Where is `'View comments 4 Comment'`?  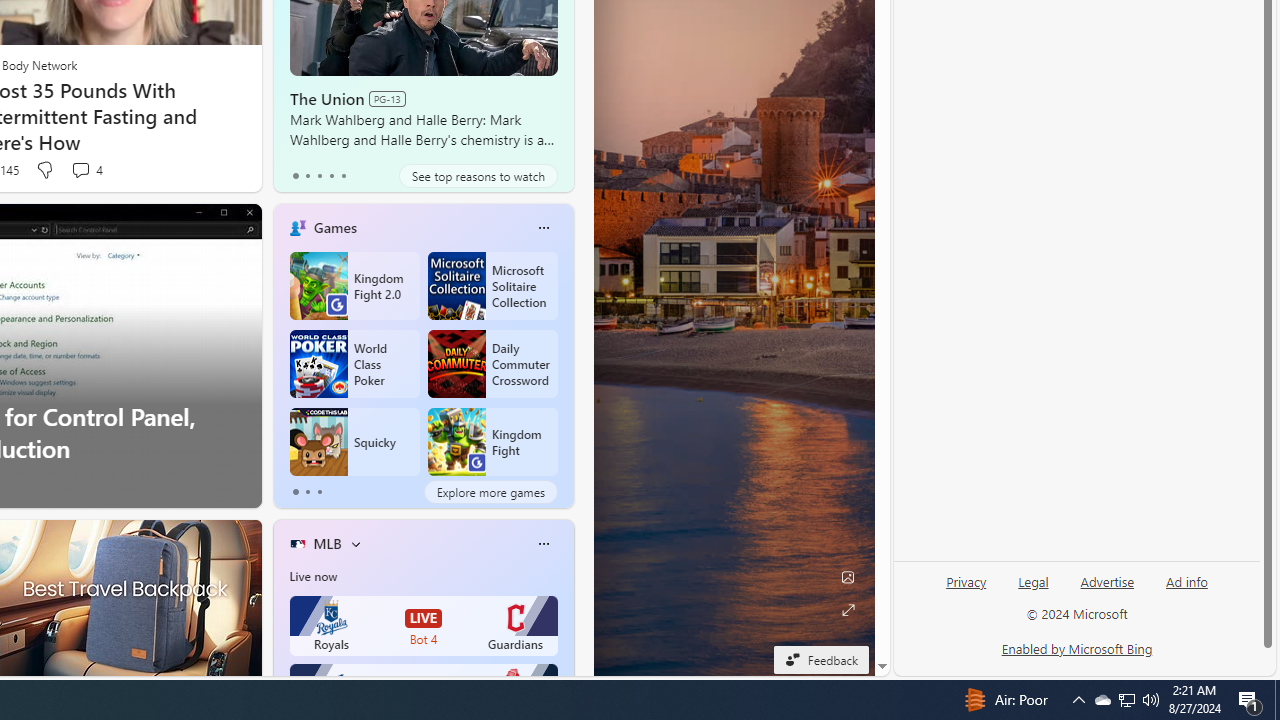
'View comments 4 Comment' is located at coordinates (80, 168).